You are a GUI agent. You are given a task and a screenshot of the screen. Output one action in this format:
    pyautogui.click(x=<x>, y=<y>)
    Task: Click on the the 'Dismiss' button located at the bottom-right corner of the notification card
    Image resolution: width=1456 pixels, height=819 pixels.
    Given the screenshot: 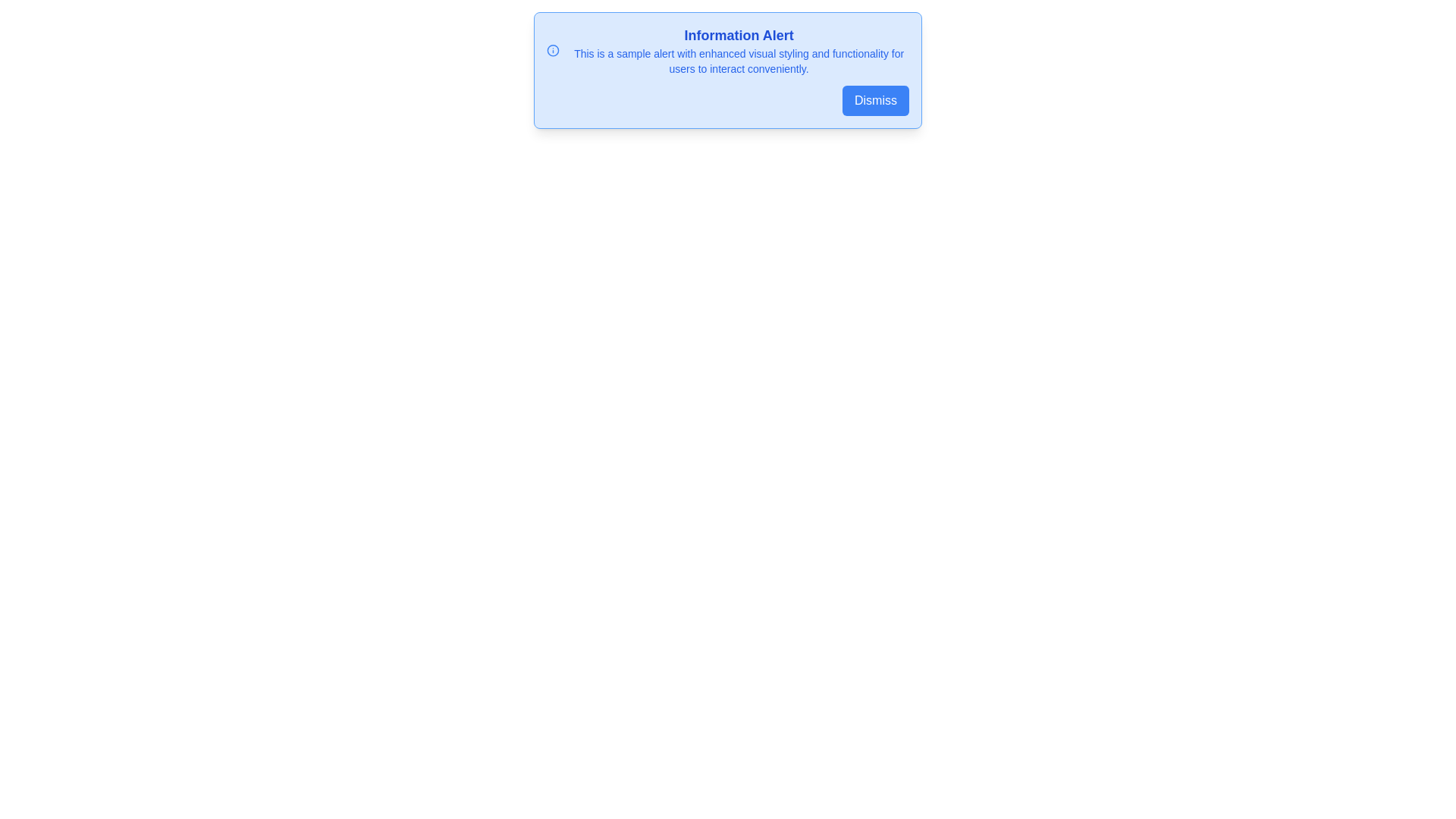 What is the action you would take?
    pyautogui.click(x=876, y=100)
    